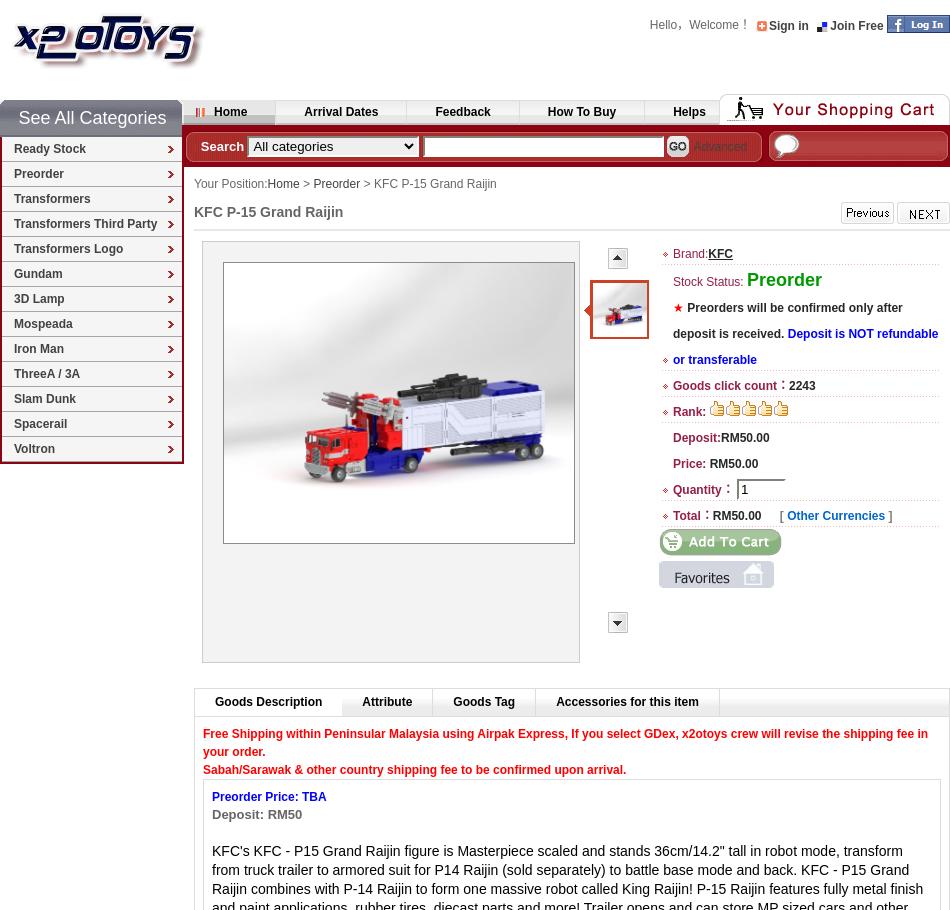  Describe the element at coordinates (40, 422) in the screenshot. I see `'Spacerail'` at that location.